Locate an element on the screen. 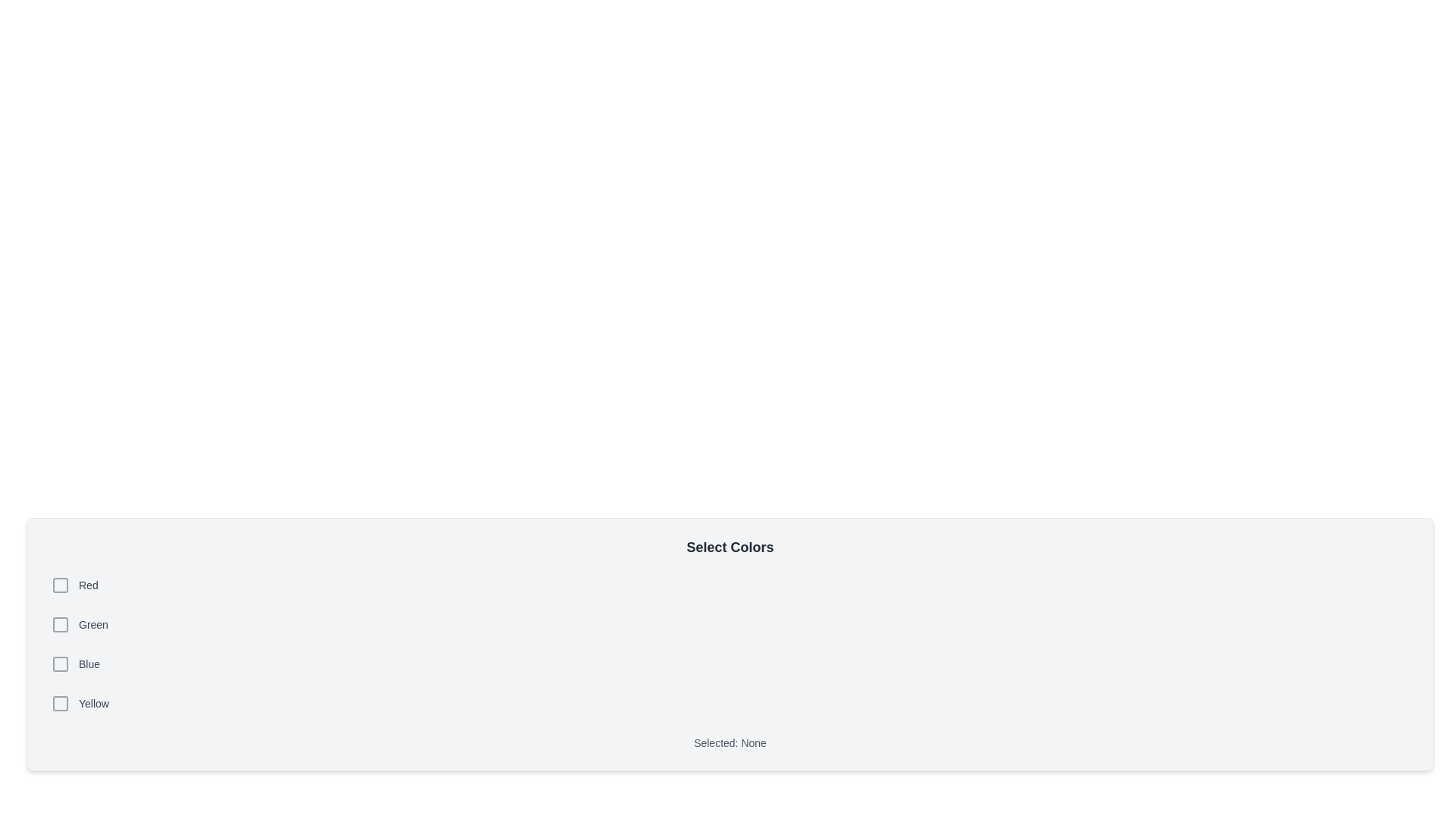 The height and width of the screenshot is (819, 1456). the accessibility navigation for the checkbox indicator associated with the 'Yellow' option in the 'Select Colors' group is located at coordinates (61, 704).